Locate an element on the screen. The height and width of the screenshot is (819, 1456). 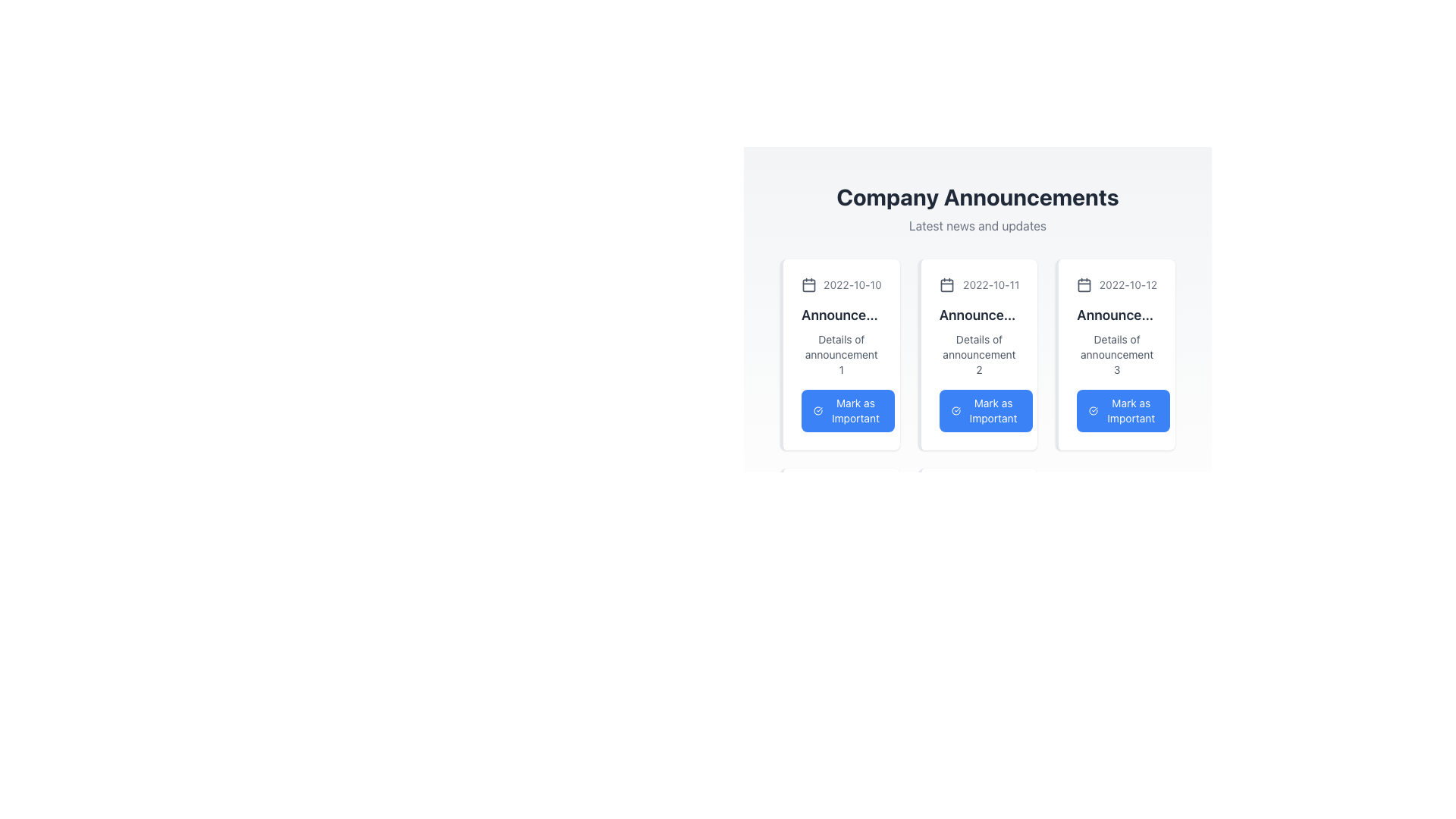
the text element displaying 'Details of announcement 1', which is styled in a smaller, gray font and located below the 'Announcement 1' title is located at coordinates (840, 354).